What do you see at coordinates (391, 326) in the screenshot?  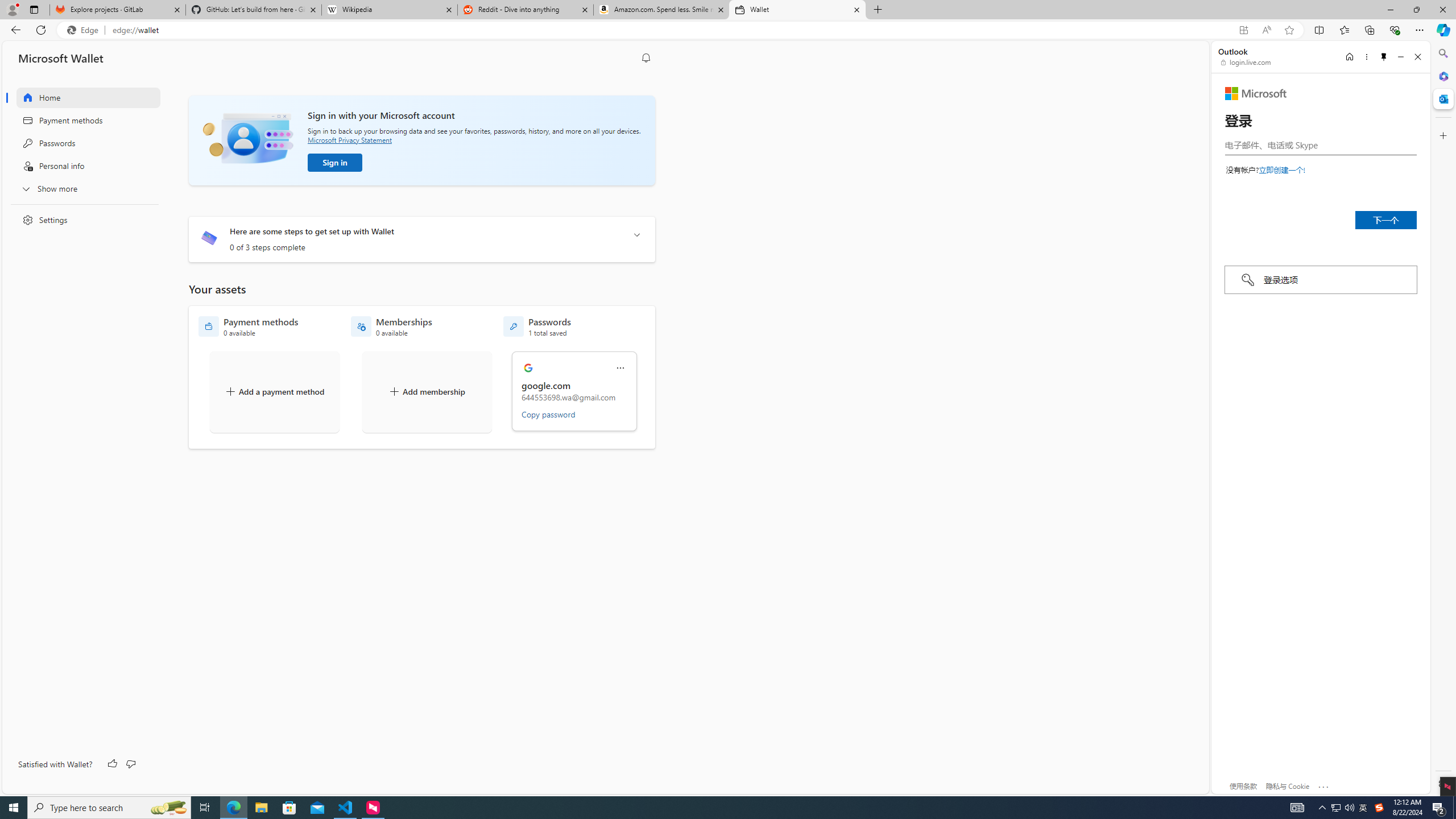 I see `'Memberships - 0 available'` at bounding box center [391, 326].